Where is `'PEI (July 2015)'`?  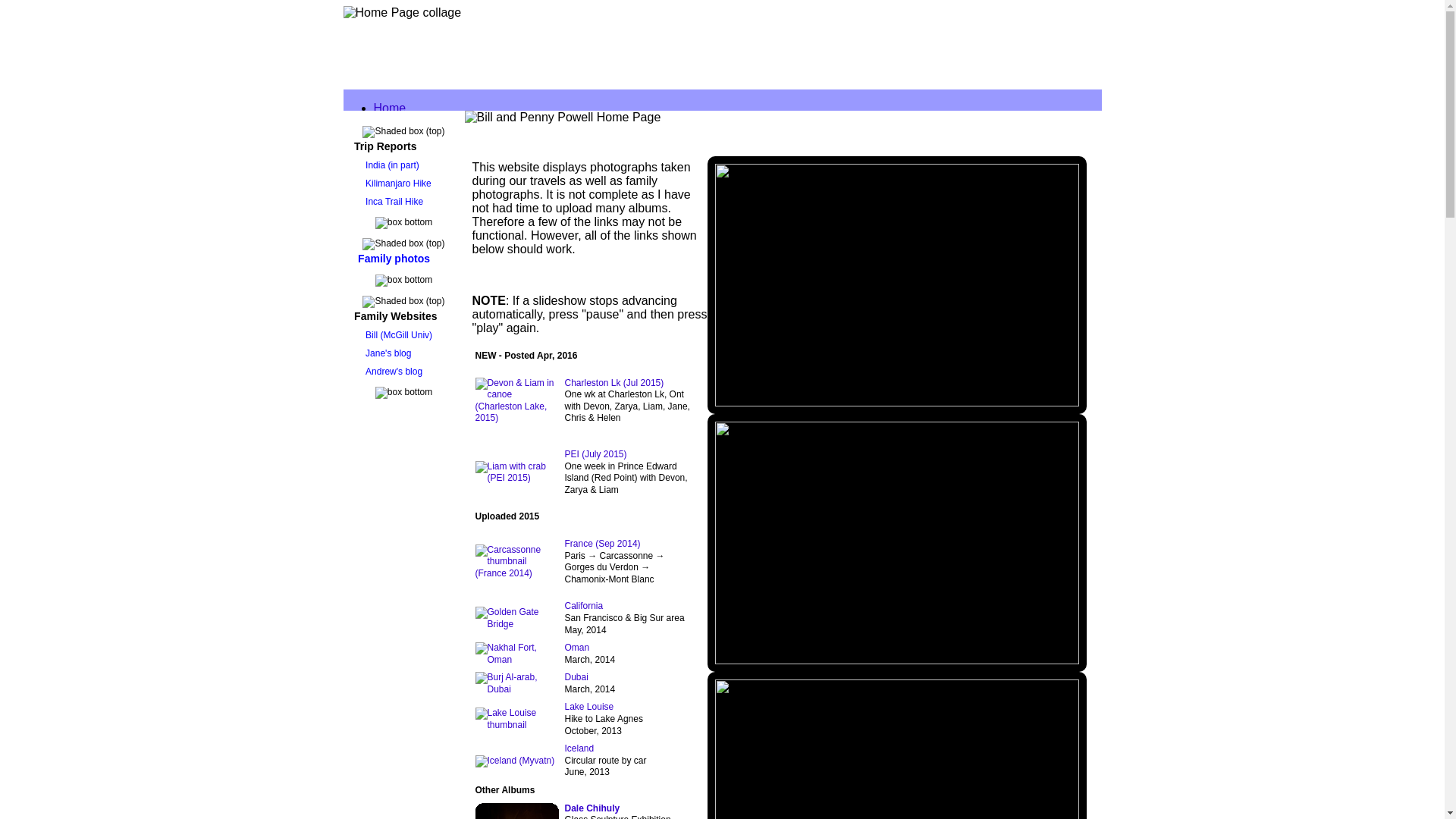 'PEI (July 2015)' is located at coordinates (563, 453).